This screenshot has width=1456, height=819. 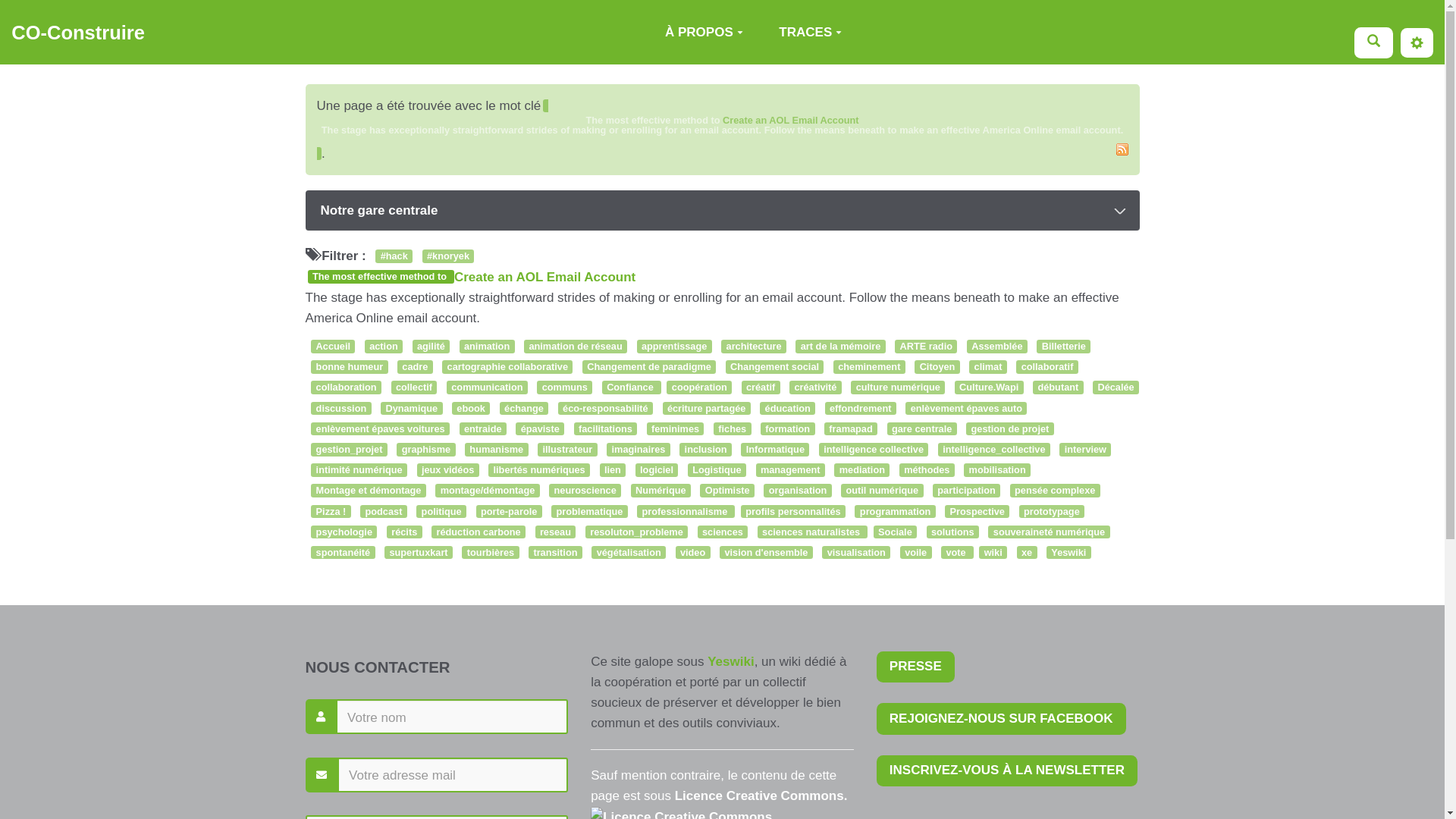 What do you see at coordinates (411, 408) in the screenshot?
I see `'Dynamique'` at bounding box center [411, 408].